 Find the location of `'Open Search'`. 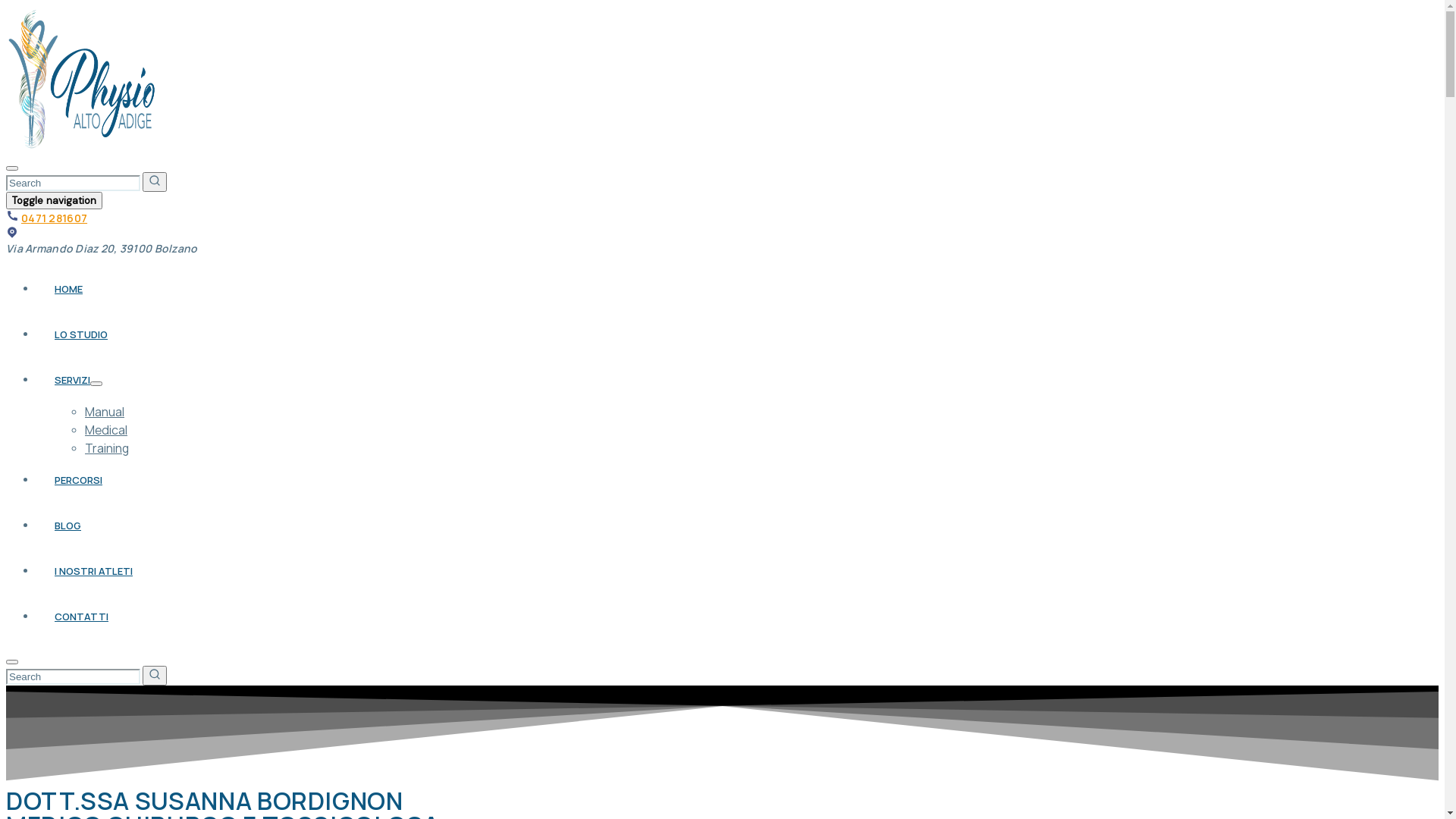

'Open Search' is located at coordinates (6, 661).